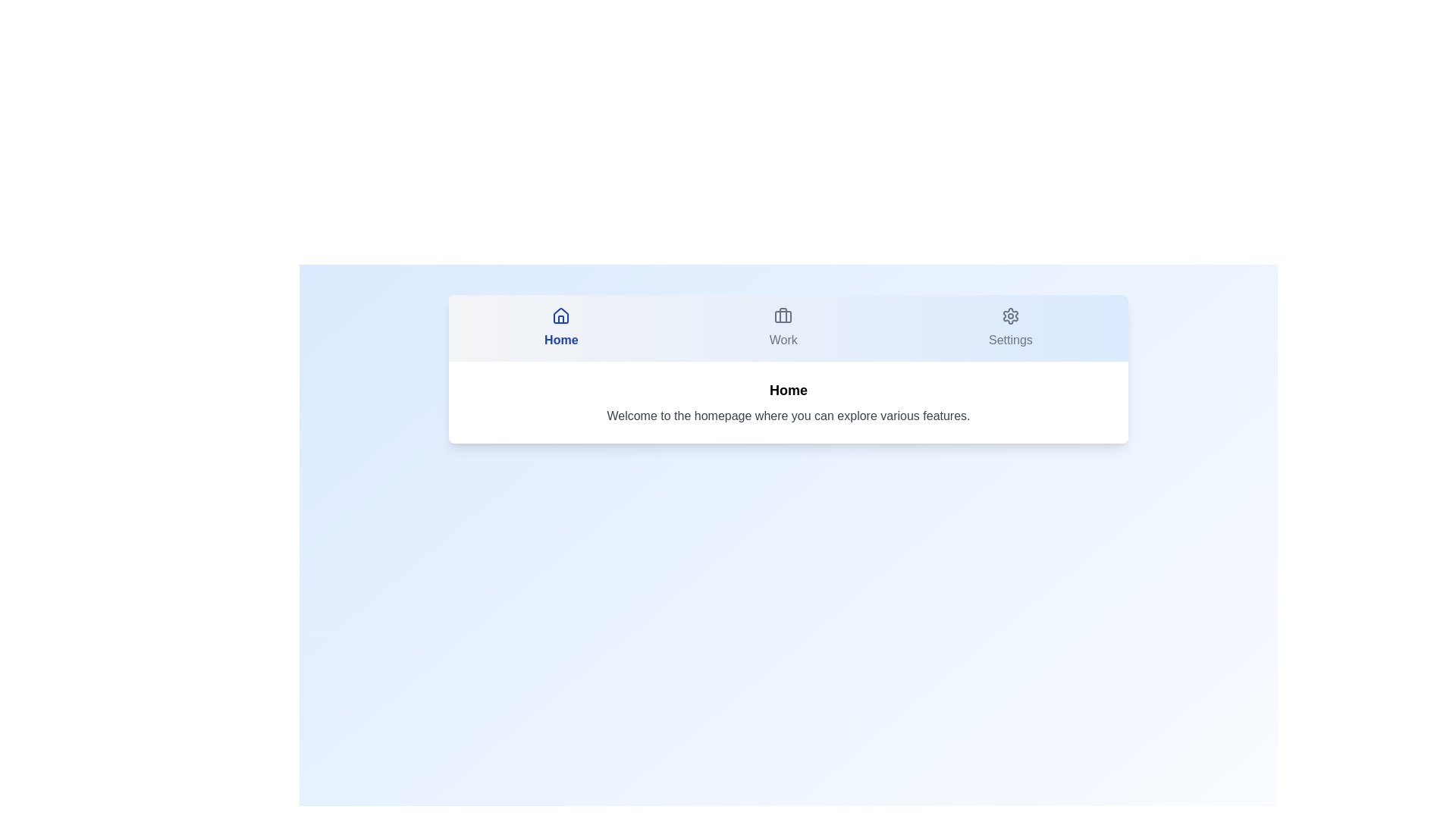 The height and width of the screenshot is (819, 1456). I want to click on the Home tab by clicking its corresponding button, so click(560, 327).